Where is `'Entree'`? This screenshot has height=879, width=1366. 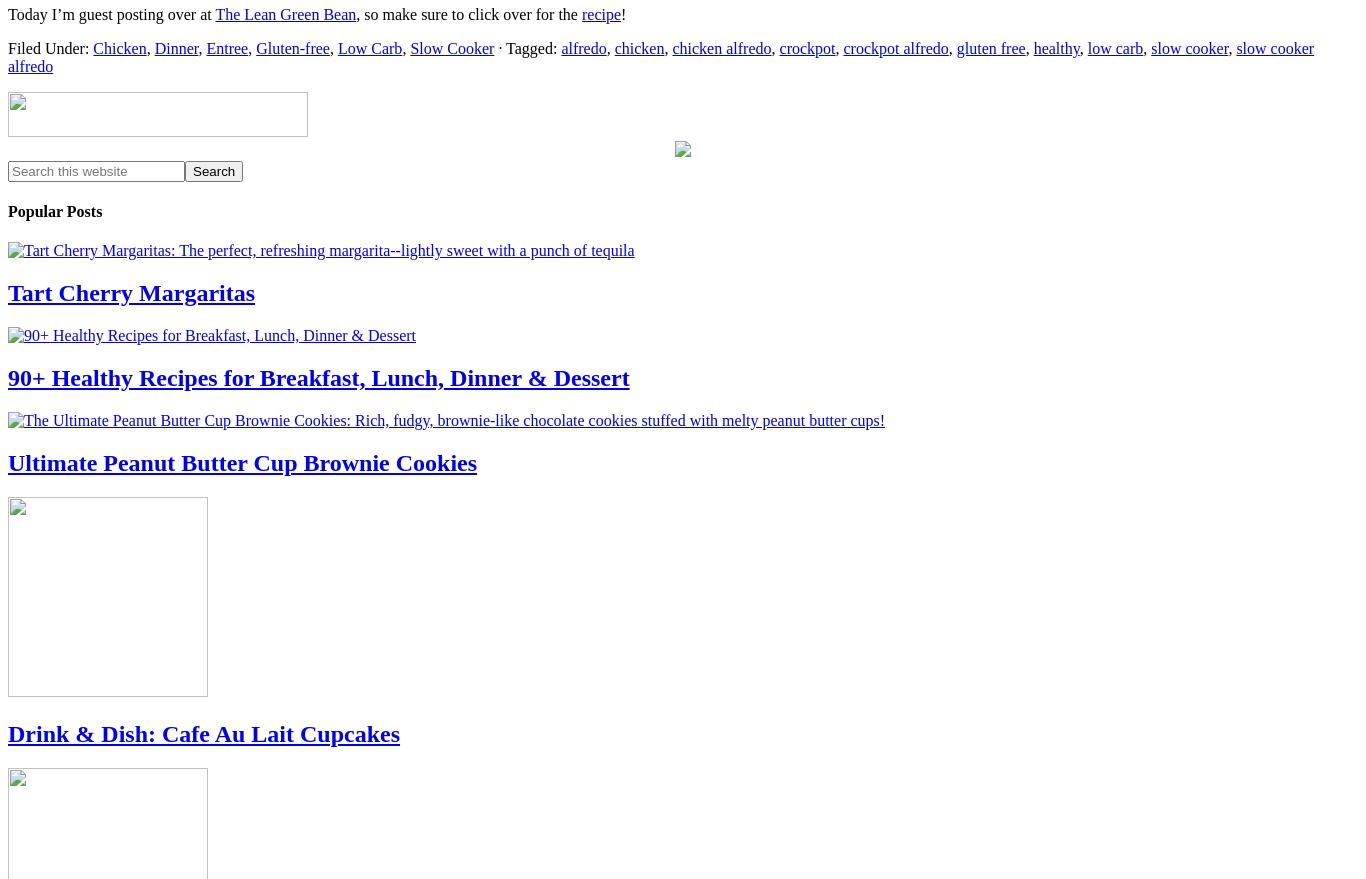
'Entree' is located at coordinates (226, 47).